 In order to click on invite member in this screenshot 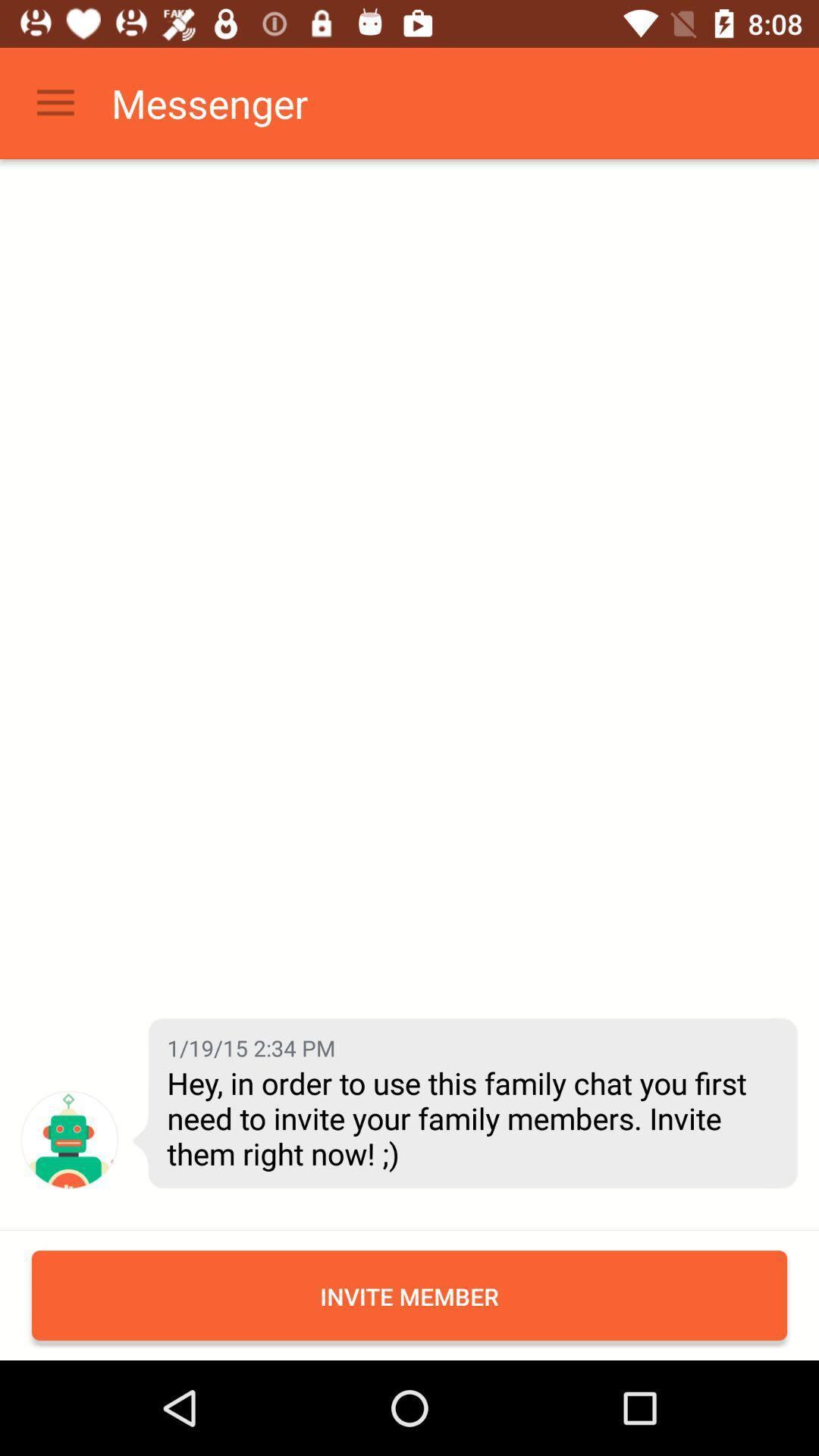, I will do `click(409, 1294)`.